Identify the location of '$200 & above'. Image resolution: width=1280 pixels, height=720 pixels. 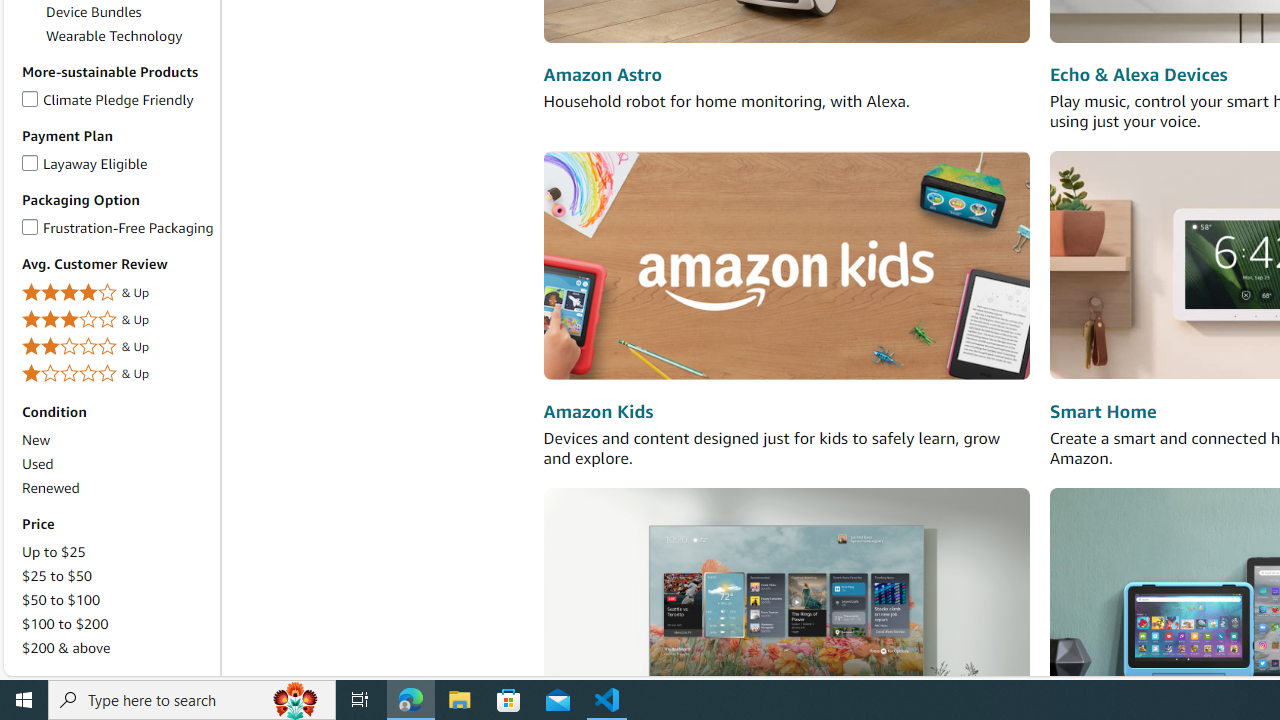
(66, 648).